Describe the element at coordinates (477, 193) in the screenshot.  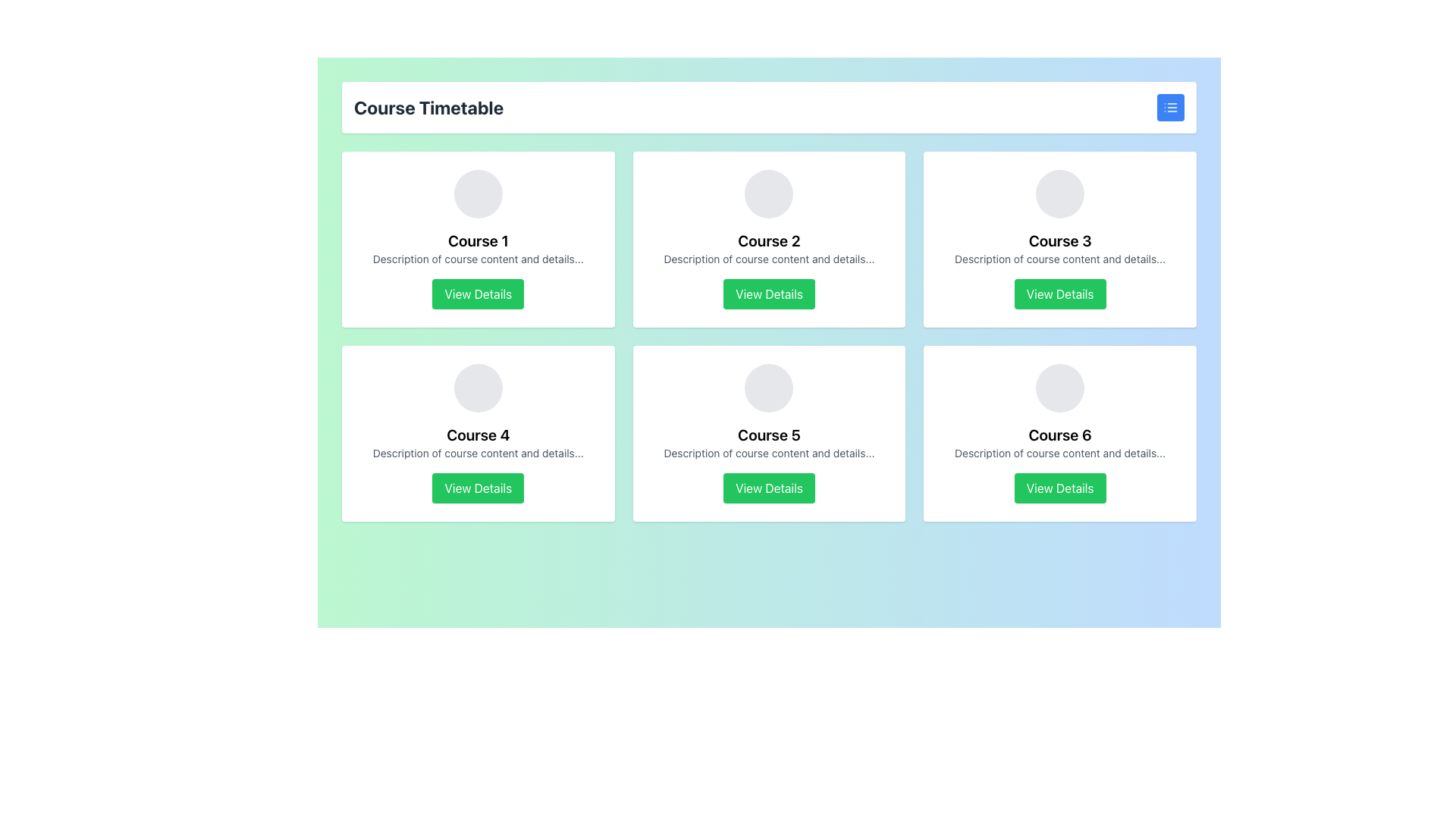
I see `the circular gray graphic placeholder located at the top center of the course information panel, above 'Course 1' and the 'View Details' button` at that location.